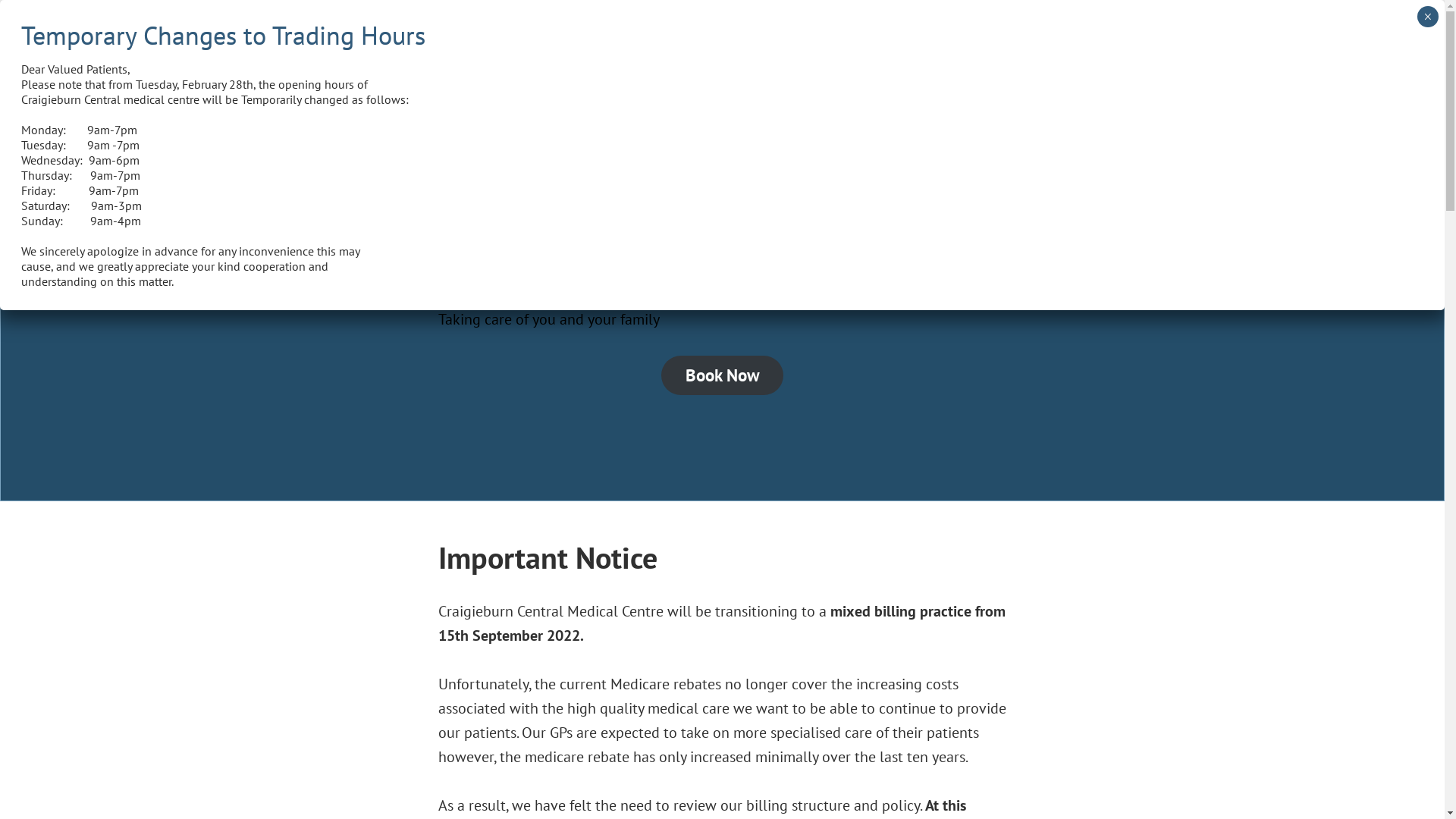  Describe the element at coordinates (1094, 90) in the screenshot. I see `'Facebook'` at that location.